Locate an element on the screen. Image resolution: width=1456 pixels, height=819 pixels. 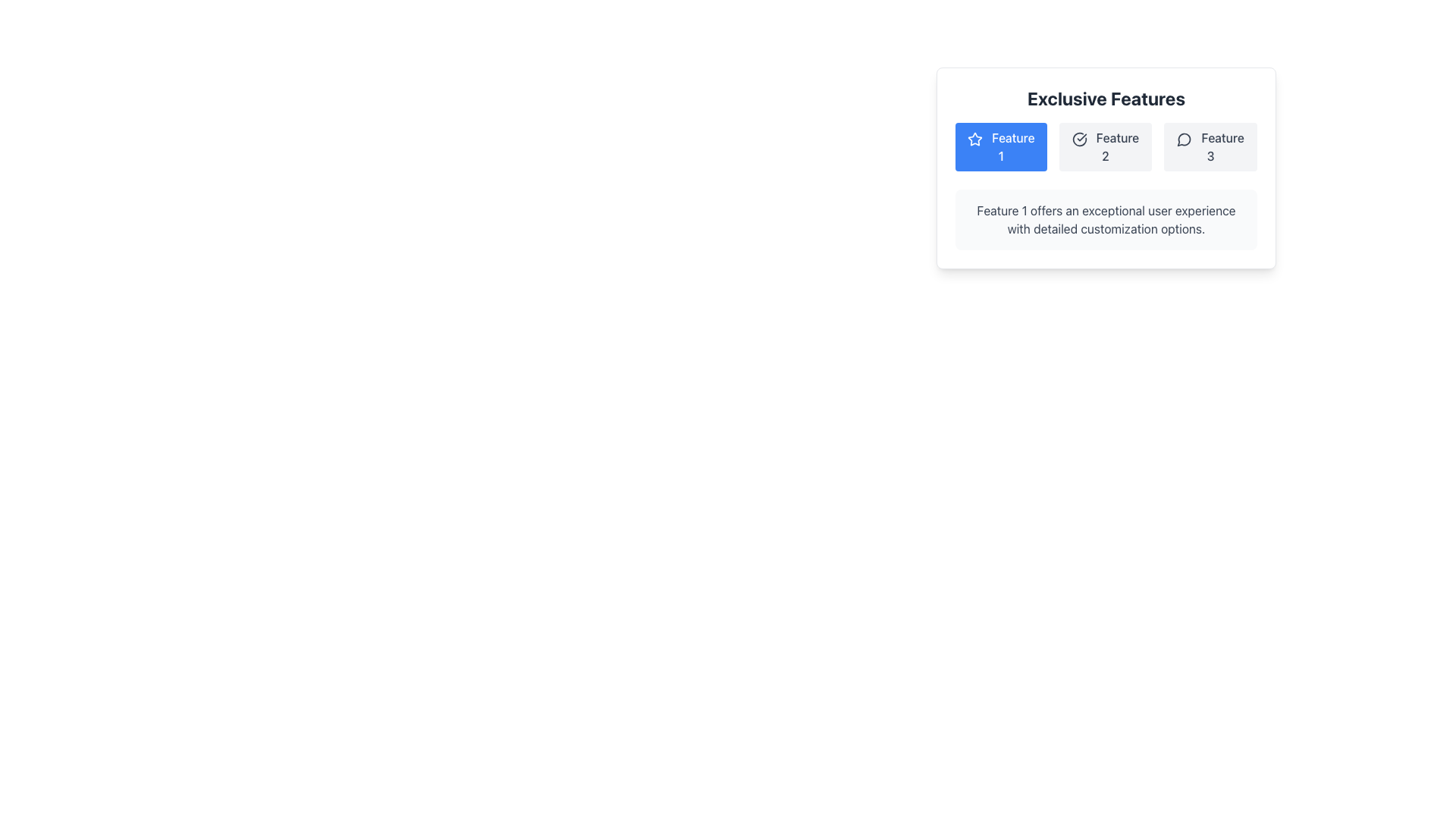
the star icon within the 'Feature 1' button, which indicates its selected status is located at coordinates (975, 138).